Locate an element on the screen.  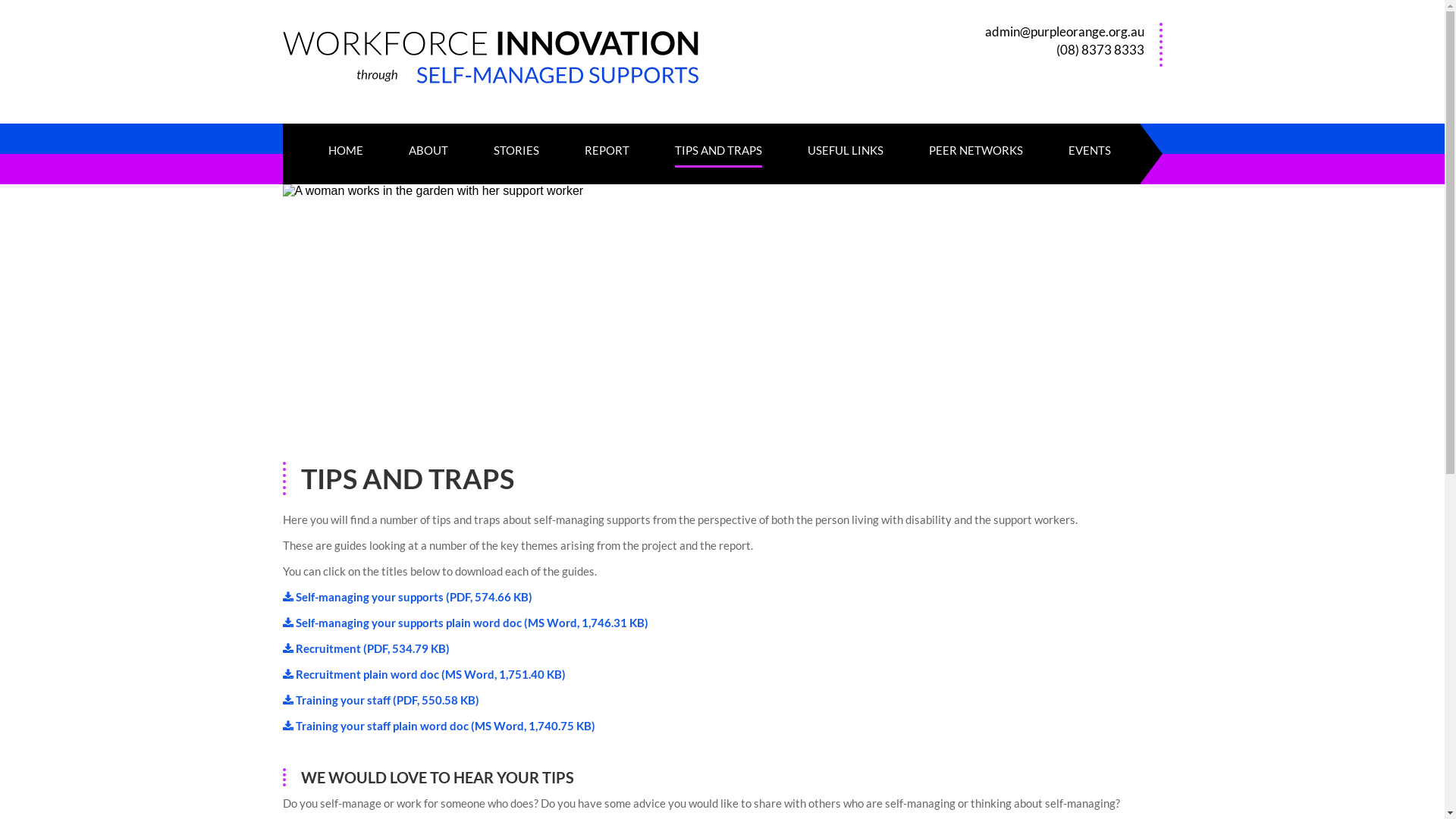
'USEFUL LINKS' is located at coordinates (843, 155).